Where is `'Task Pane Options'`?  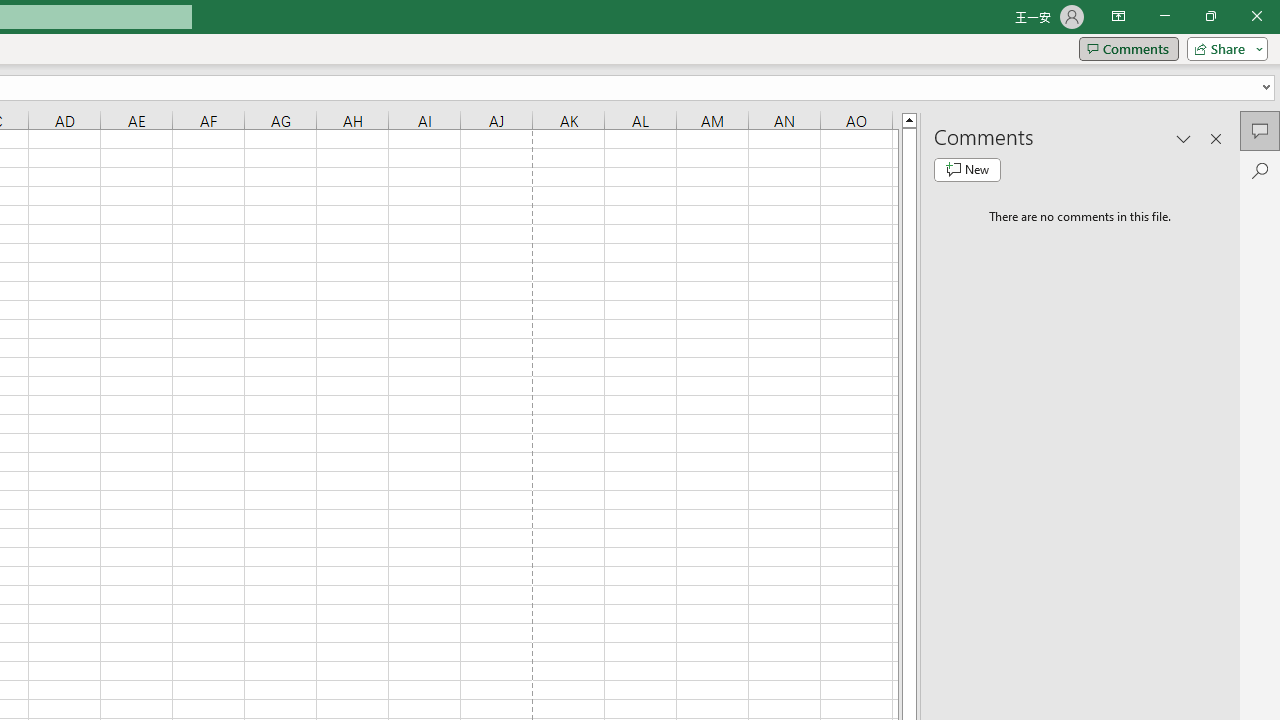
'Task Pane Options' is located at coordinates (1184, 137).